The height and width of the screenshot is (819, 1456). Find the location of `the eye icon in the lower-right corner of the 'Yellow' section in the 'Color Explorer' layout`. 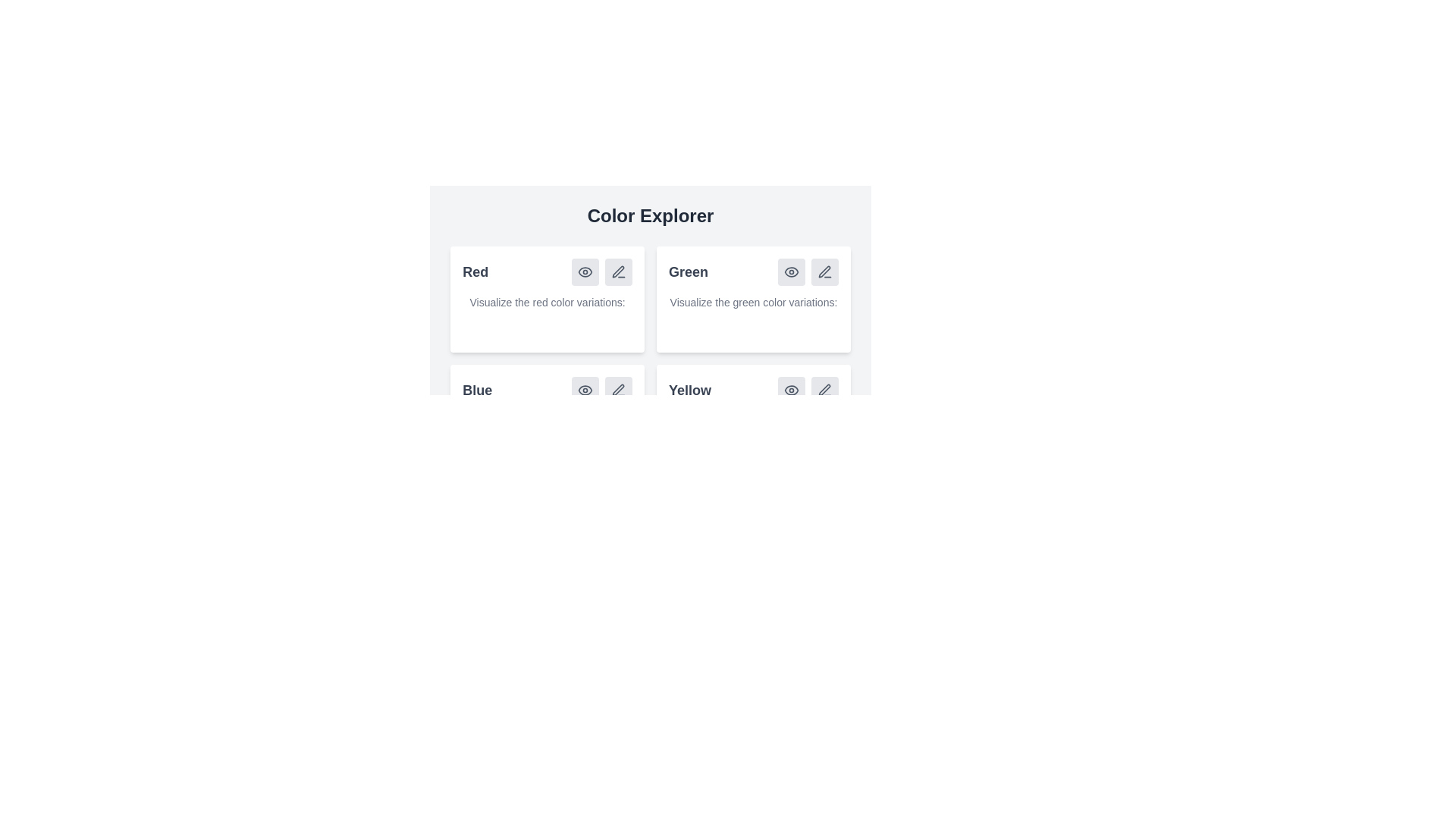

the eye icon in the lower-right corner of the 'Yellow' section in the 'Color Explorer' layout is located at coordinates (790, 390).